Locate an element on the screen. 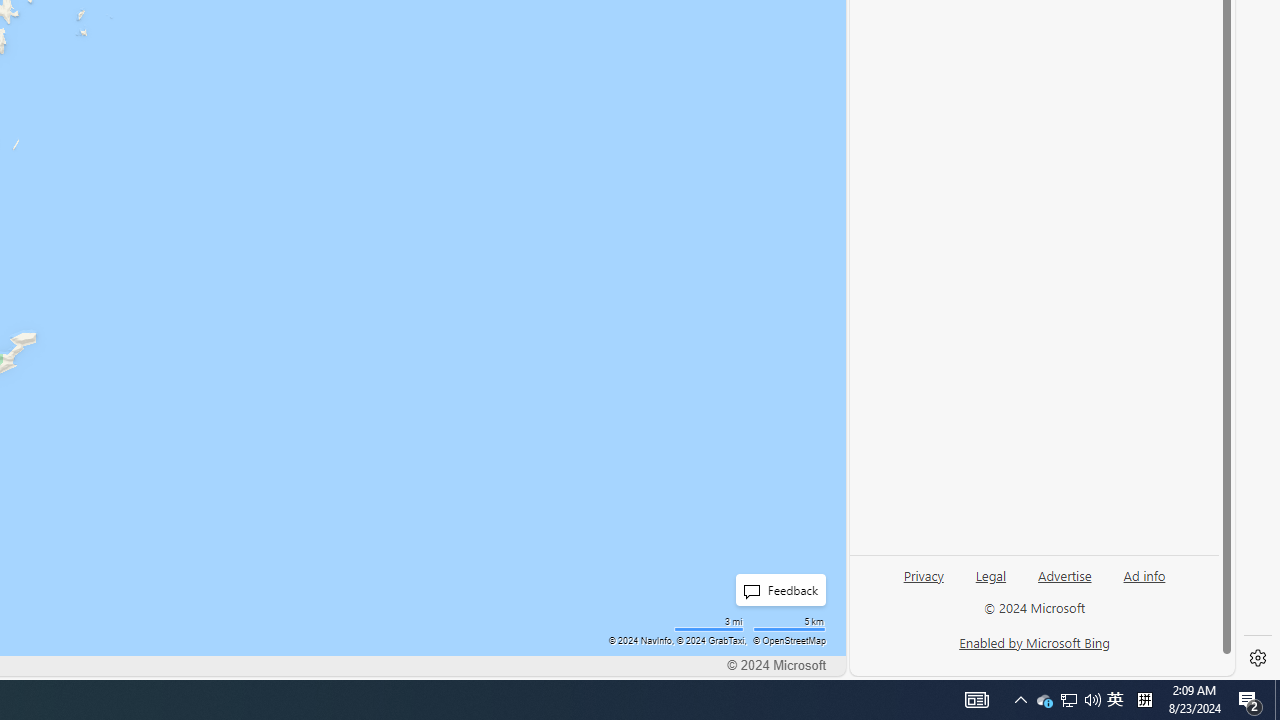  'Ad info' is located at coordinates (1144, 574).